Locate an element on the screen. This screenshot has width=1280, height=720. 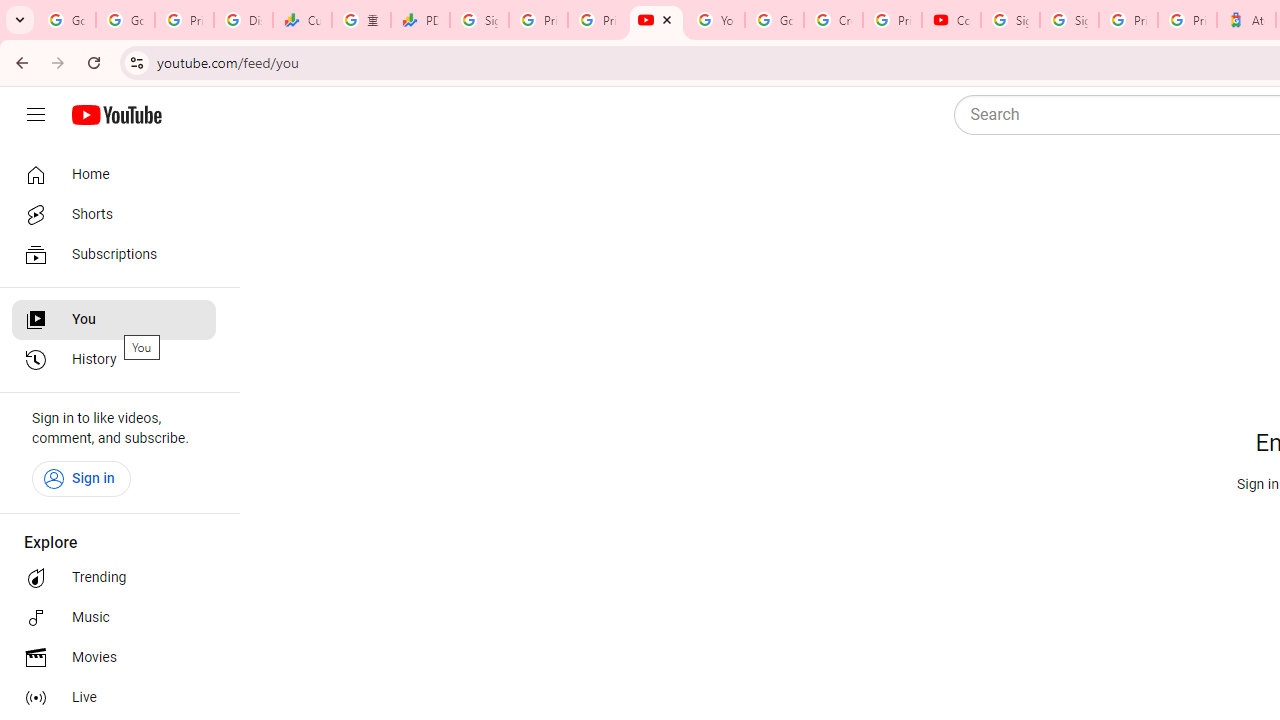
'Sign in - Google Accounts' is located at coordinates (1010, 20).